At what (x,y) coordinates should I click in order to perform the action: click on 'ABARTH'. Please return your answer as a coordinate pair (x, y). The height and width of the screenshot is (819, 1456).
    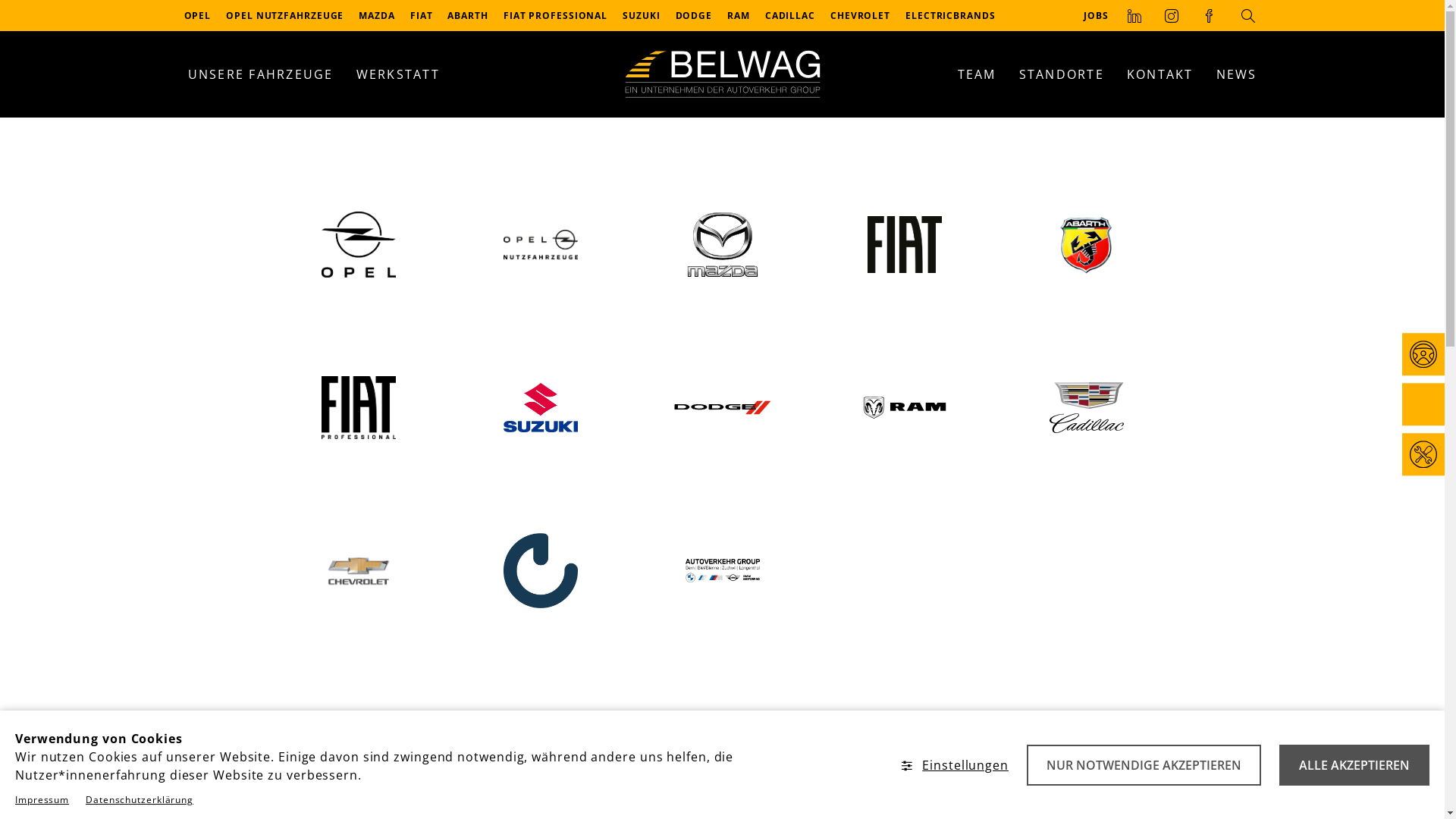
    Looking at the image, I should click on (466, 15).